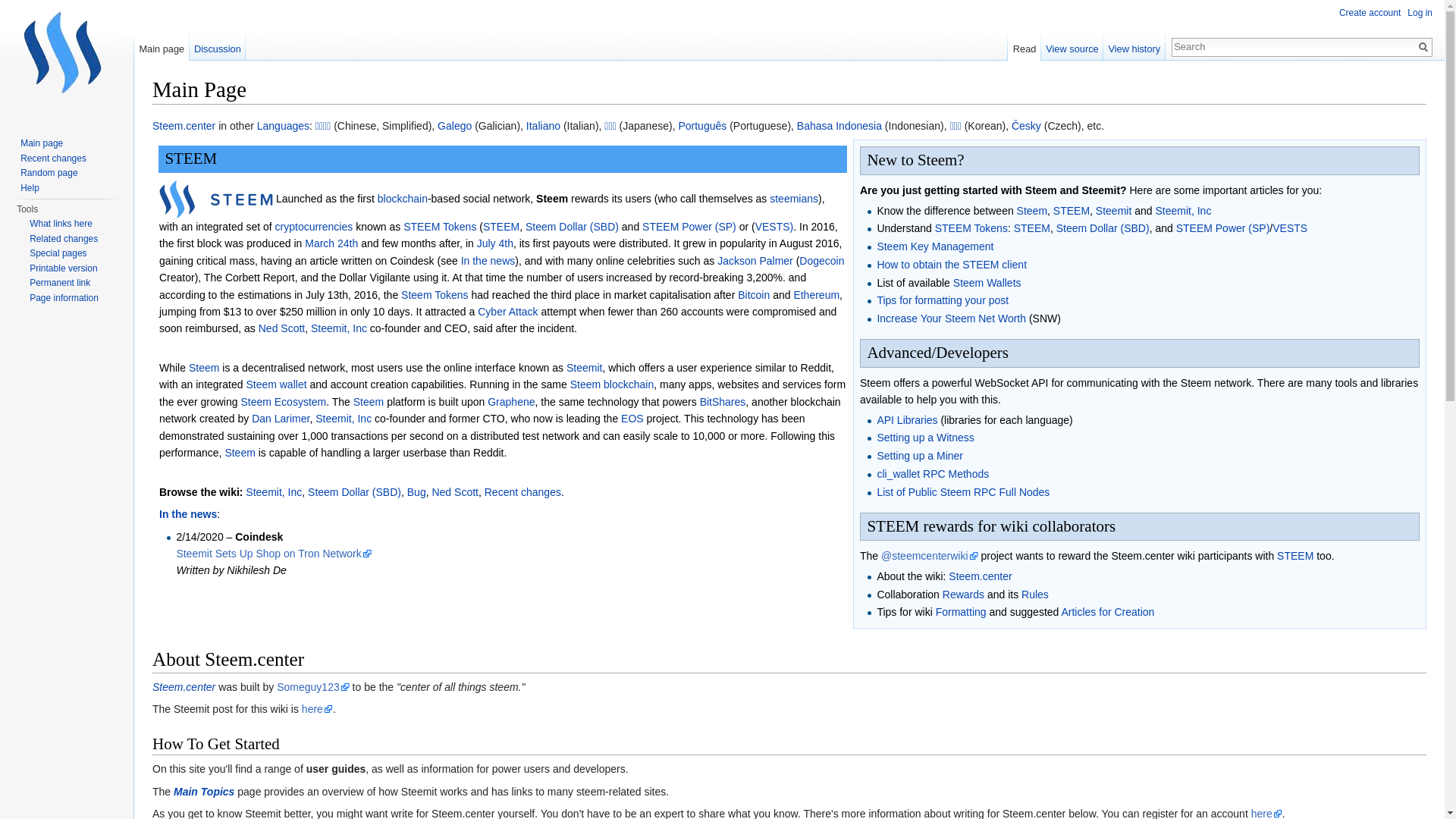  I want to click on 'Dan Larimer', so click(280, 418).